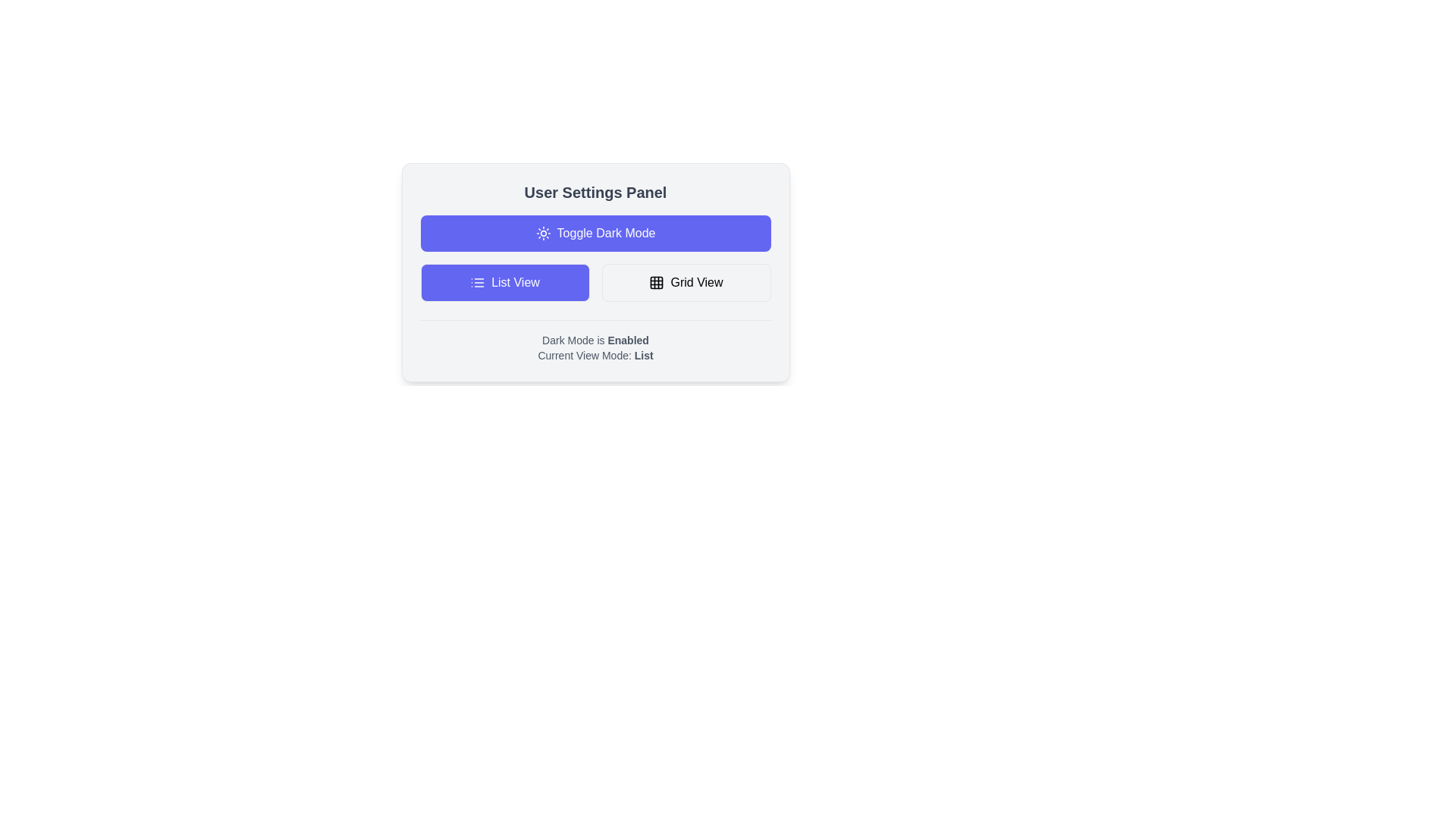 Image resolution: width=1456 pixels, height=819 pixels. Describe the element at coordinates (505, 283) in the screenshot. I see `the 'List View' button located in the lower middle part of the 'User Settings Panel'` at that location.